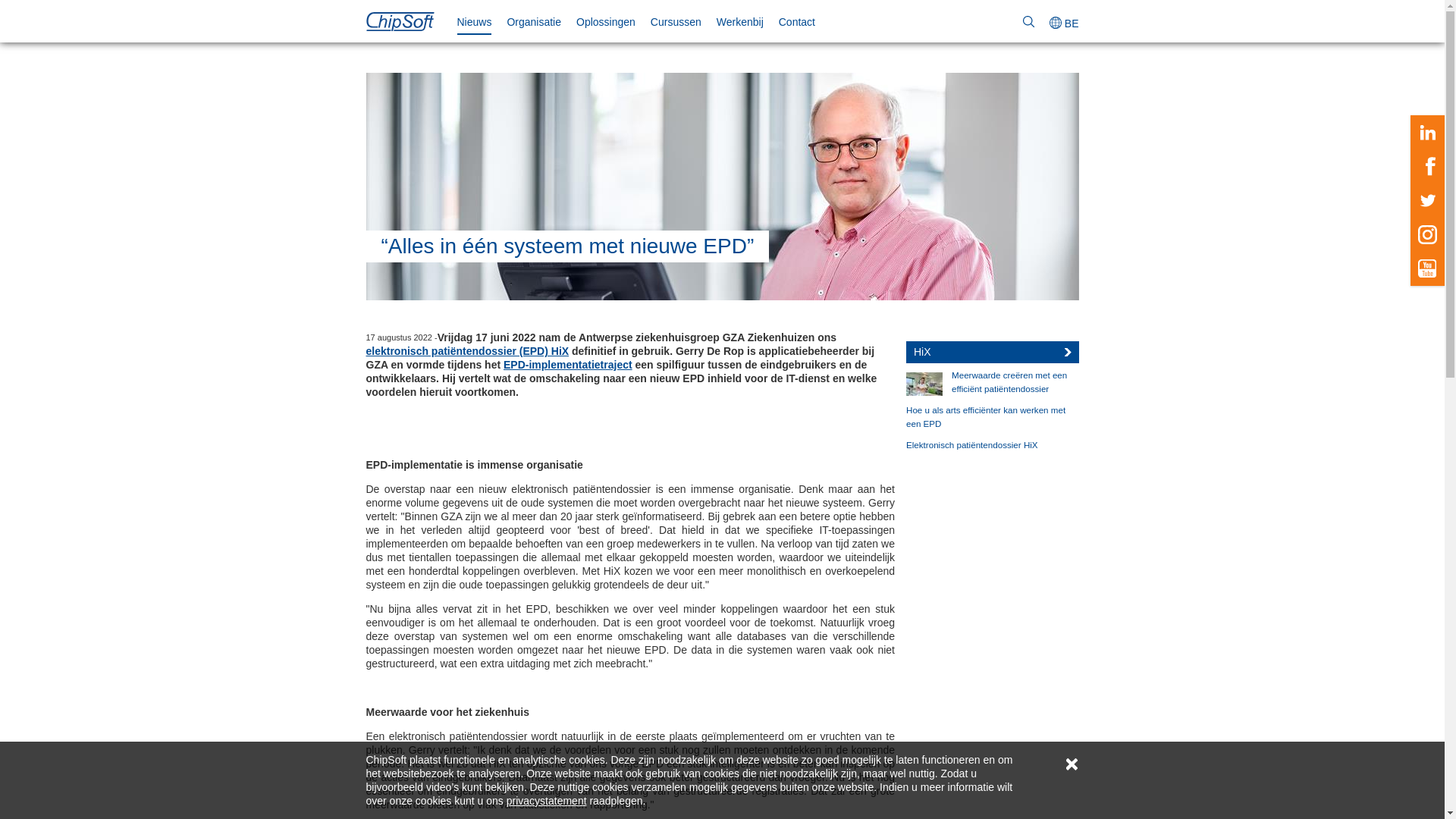 The width and height of the screenshot is (1456, 819). What do you see at coordinates (1426, 234) in the screenshot?
I see `'Instagram'` at bounding box center [1426, 234].